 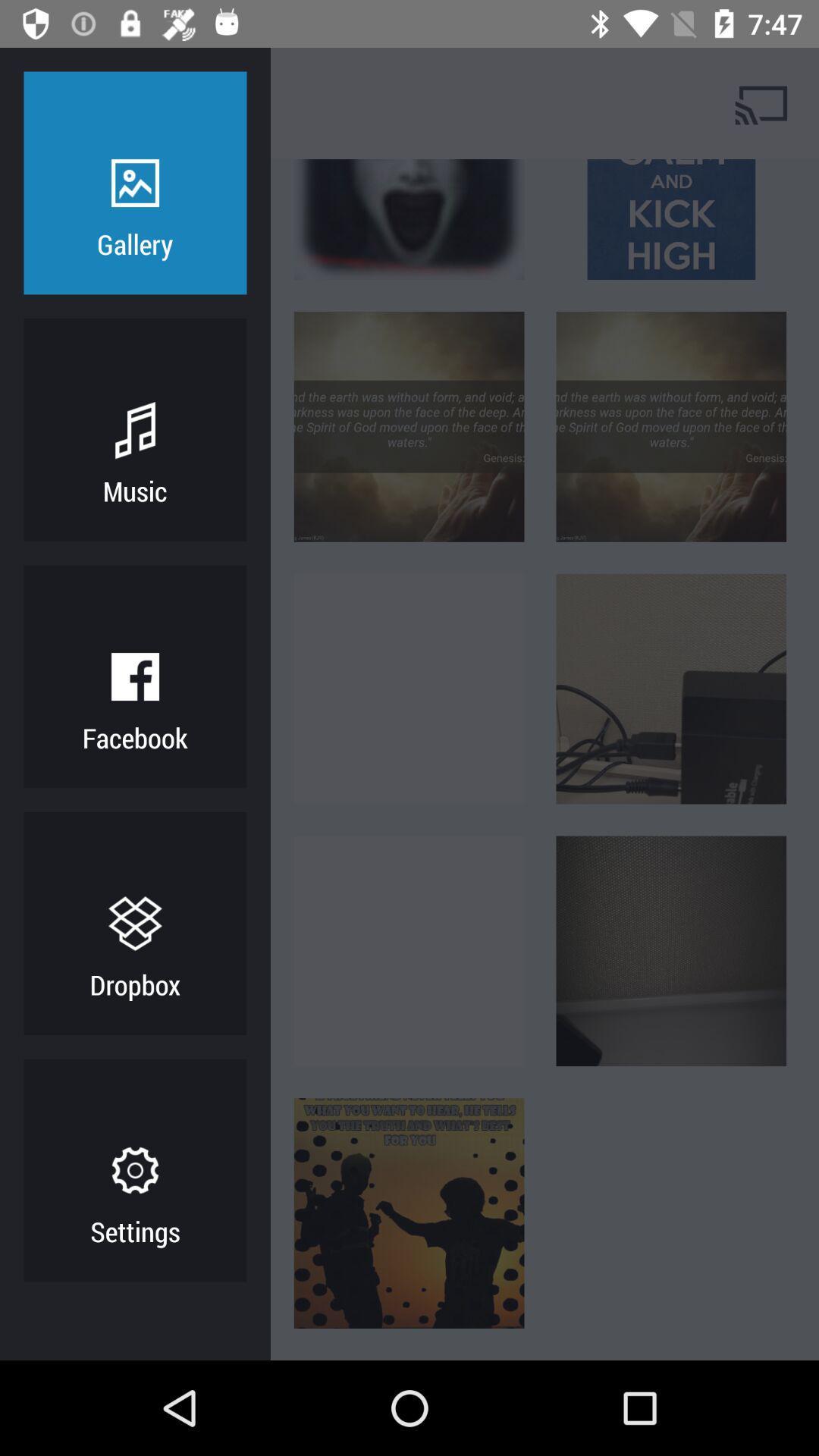 What do you see at coordinates (134, 737) in the screenshot?
I see `the facebook app` at bounding box center [134, 737].